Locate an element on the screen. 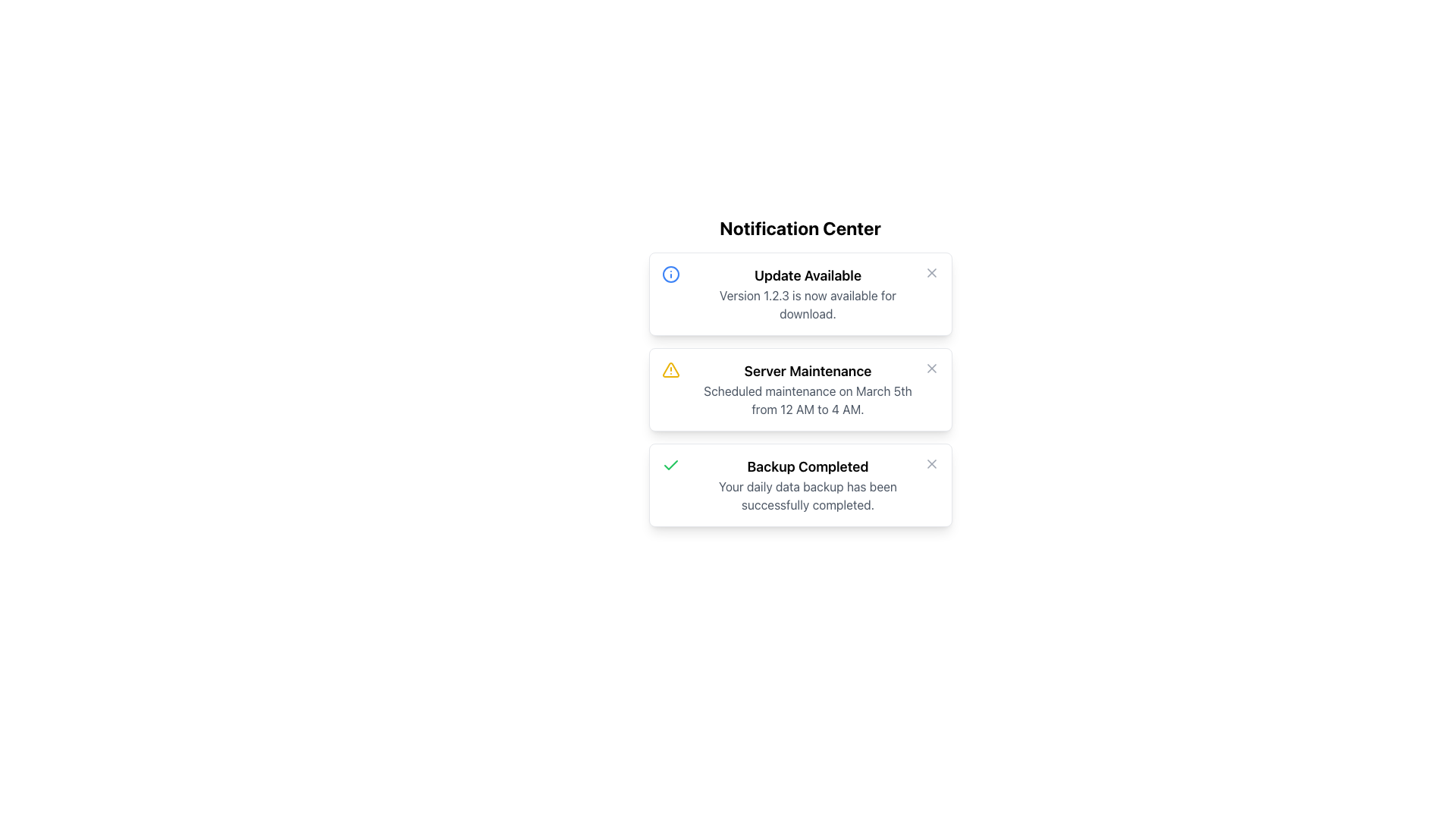  text displayed in the gray-colored font below the title 'Server Maintenance' within the card-style notification layout is located at coordinates (807, 400).